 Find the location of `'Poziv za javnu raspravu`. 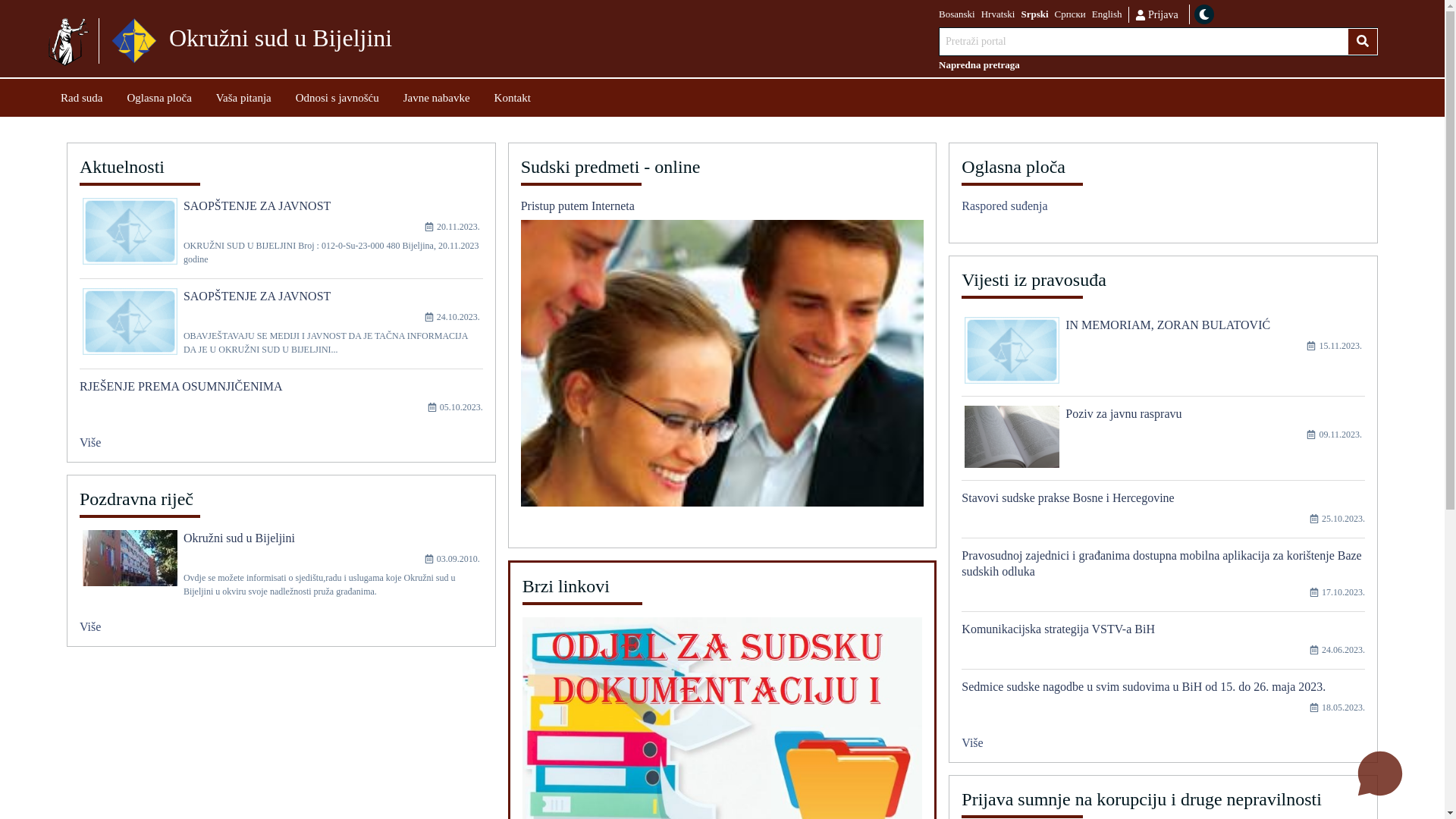

'Poziv za javnu raspravu is located at coordinates (1163, 443).